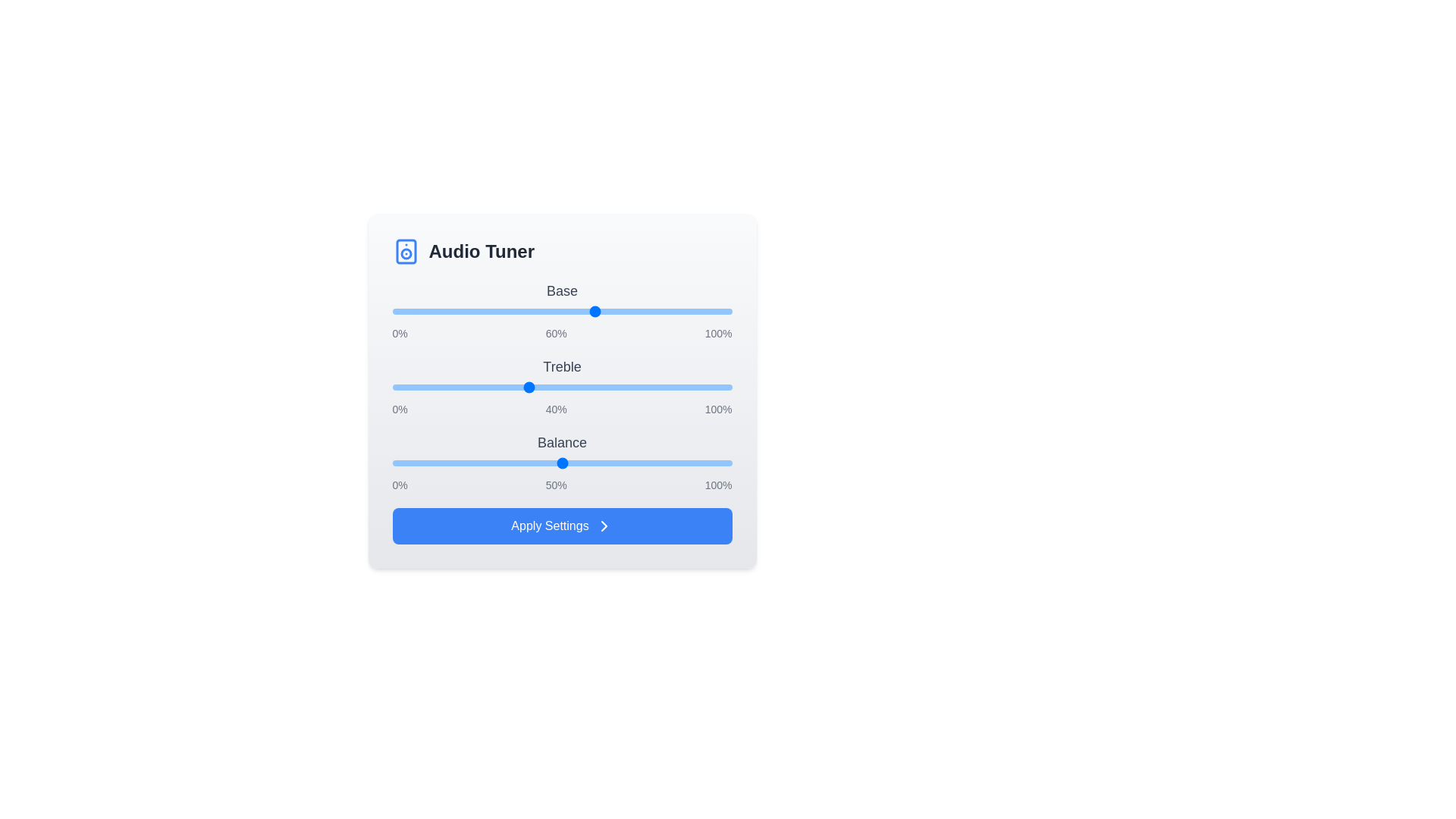  What do you see at coordinates (585, 311) in the screenshot?
I see `the 0 slider to 57%` at bounding box center [585, 311].